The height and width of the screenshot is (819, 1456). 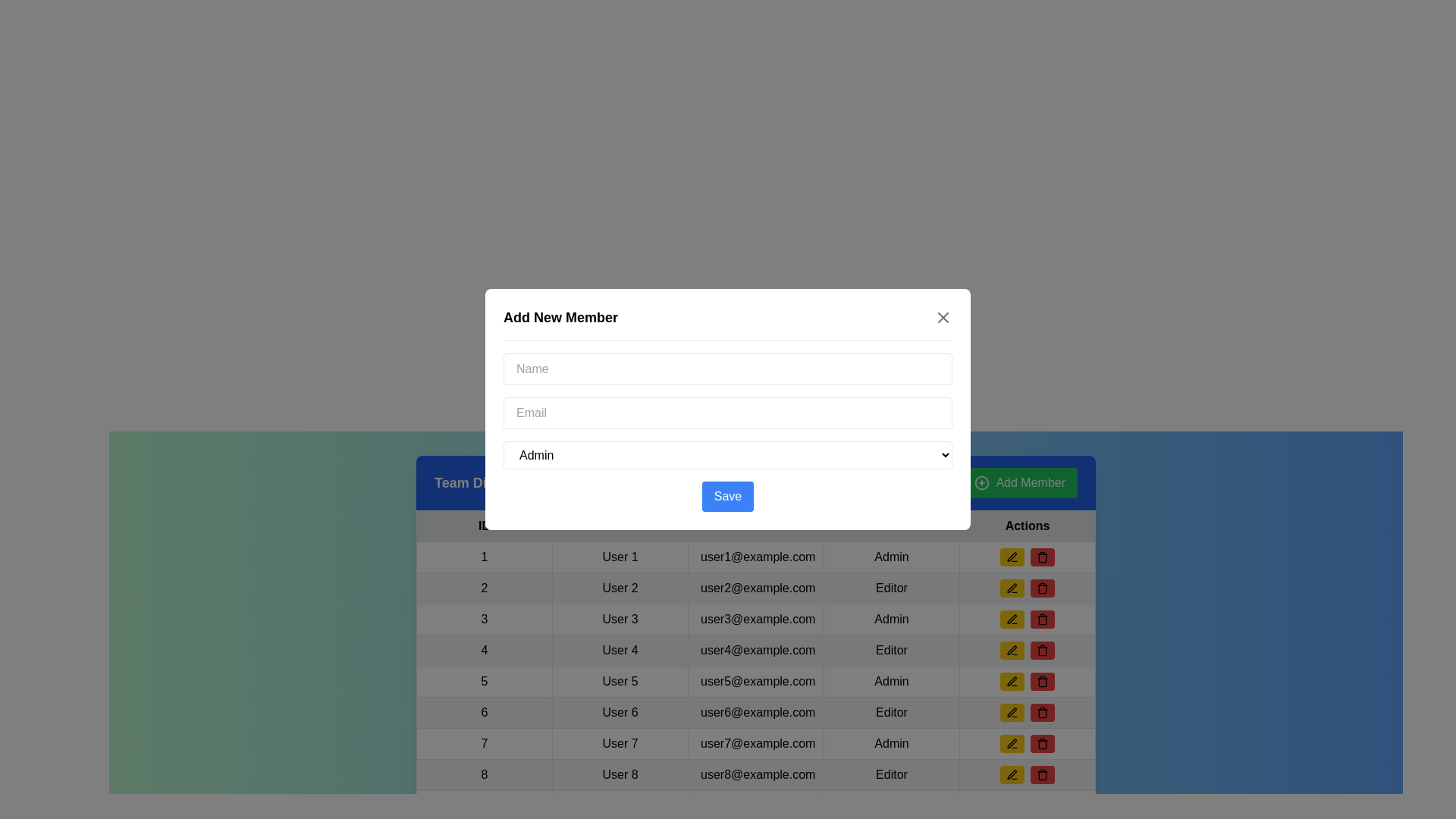 What do you see at coordinates (620, 742) in the screenshot?
I see `the table cell displaying the name 'User 7', which is located in the second column of the seventh row of the table` at bounding box center [620, 742].